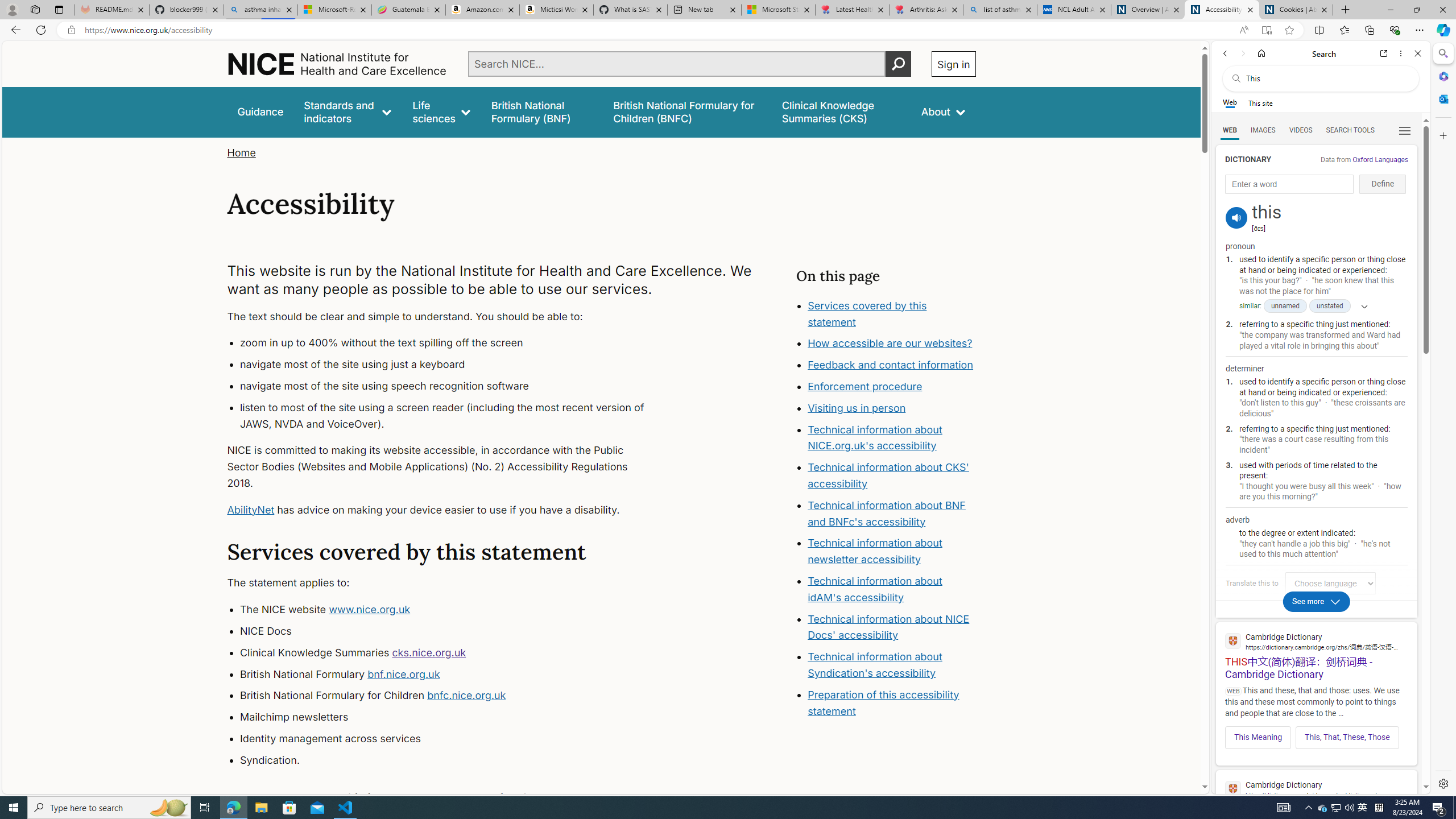  I want to click on 'Link for logging', so click(1333, 583).